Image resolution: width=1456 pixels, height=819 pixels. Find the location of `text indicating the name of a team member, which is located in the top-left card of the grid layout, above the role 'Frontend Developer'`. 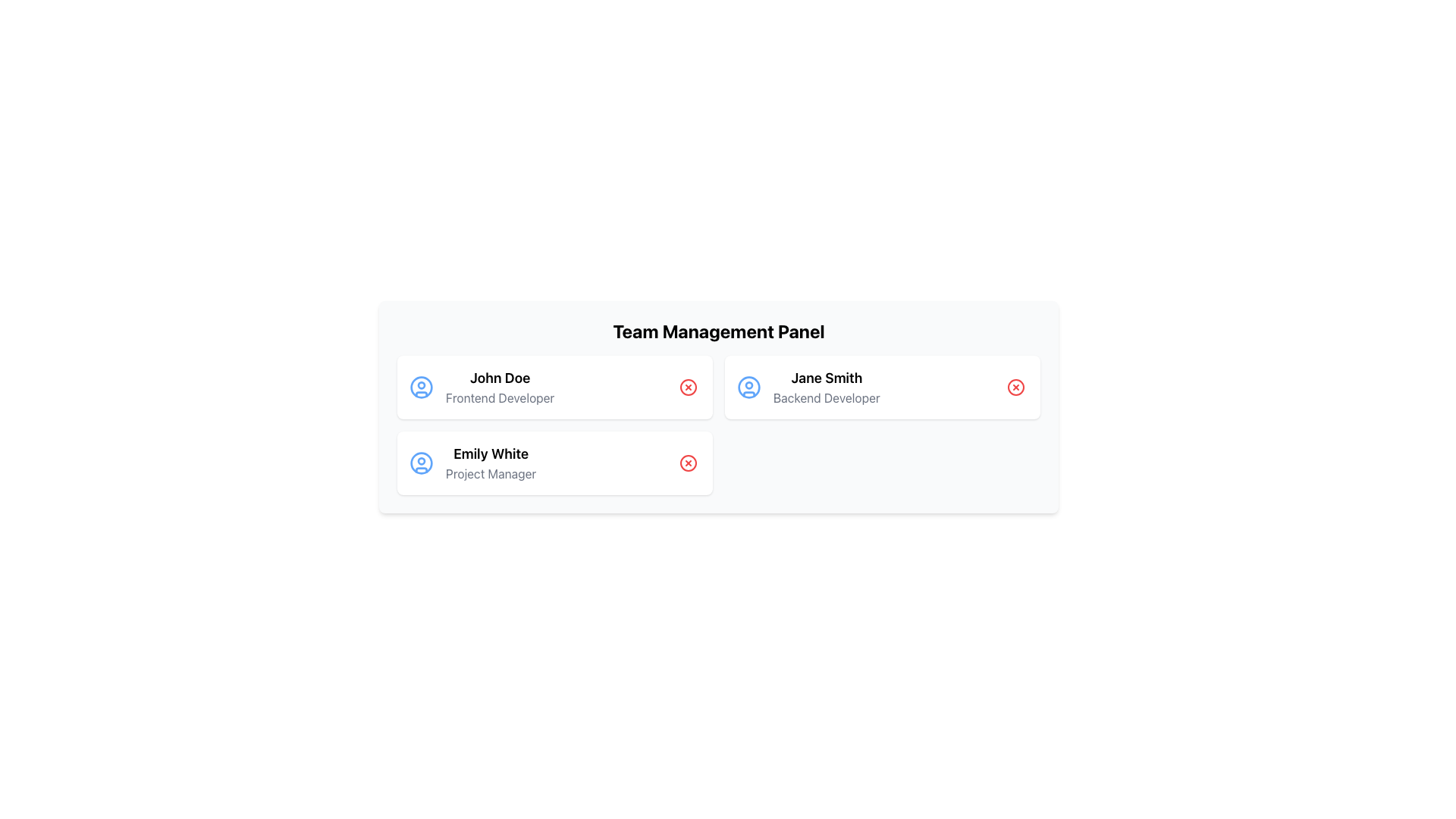

text indicating the name of a team member, which is located in the top-left card of the grid layout, above the role 'Frontend Developer' is located at coordinates (500, 377).